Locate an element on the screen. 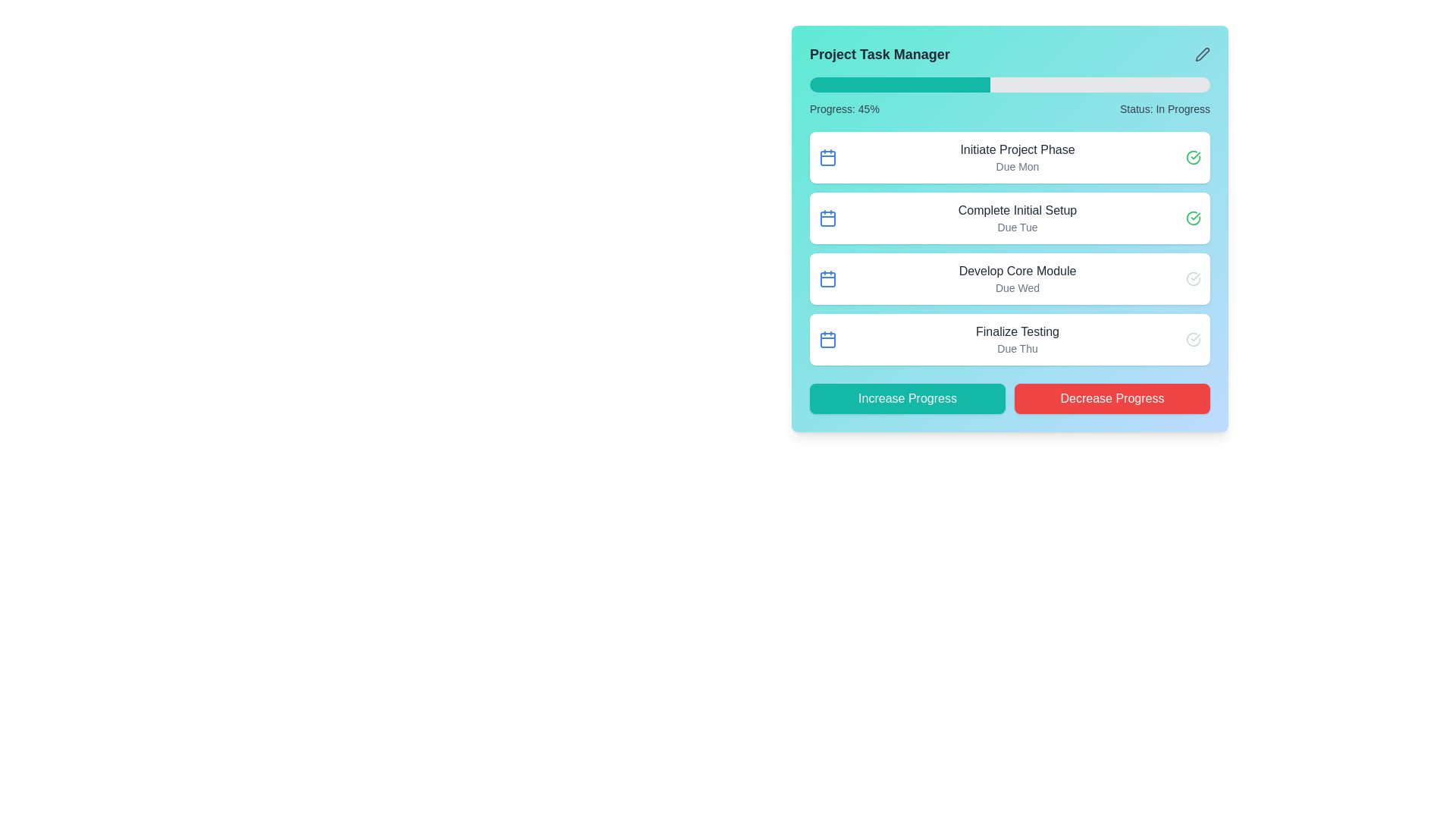 The image size is (1456, 819). the Text Display section that shows 'Finalize Testing' and 'Due Thu' located in the fourth task item of the 'Project Task Manager' module is located at coordinates (1018, 338).